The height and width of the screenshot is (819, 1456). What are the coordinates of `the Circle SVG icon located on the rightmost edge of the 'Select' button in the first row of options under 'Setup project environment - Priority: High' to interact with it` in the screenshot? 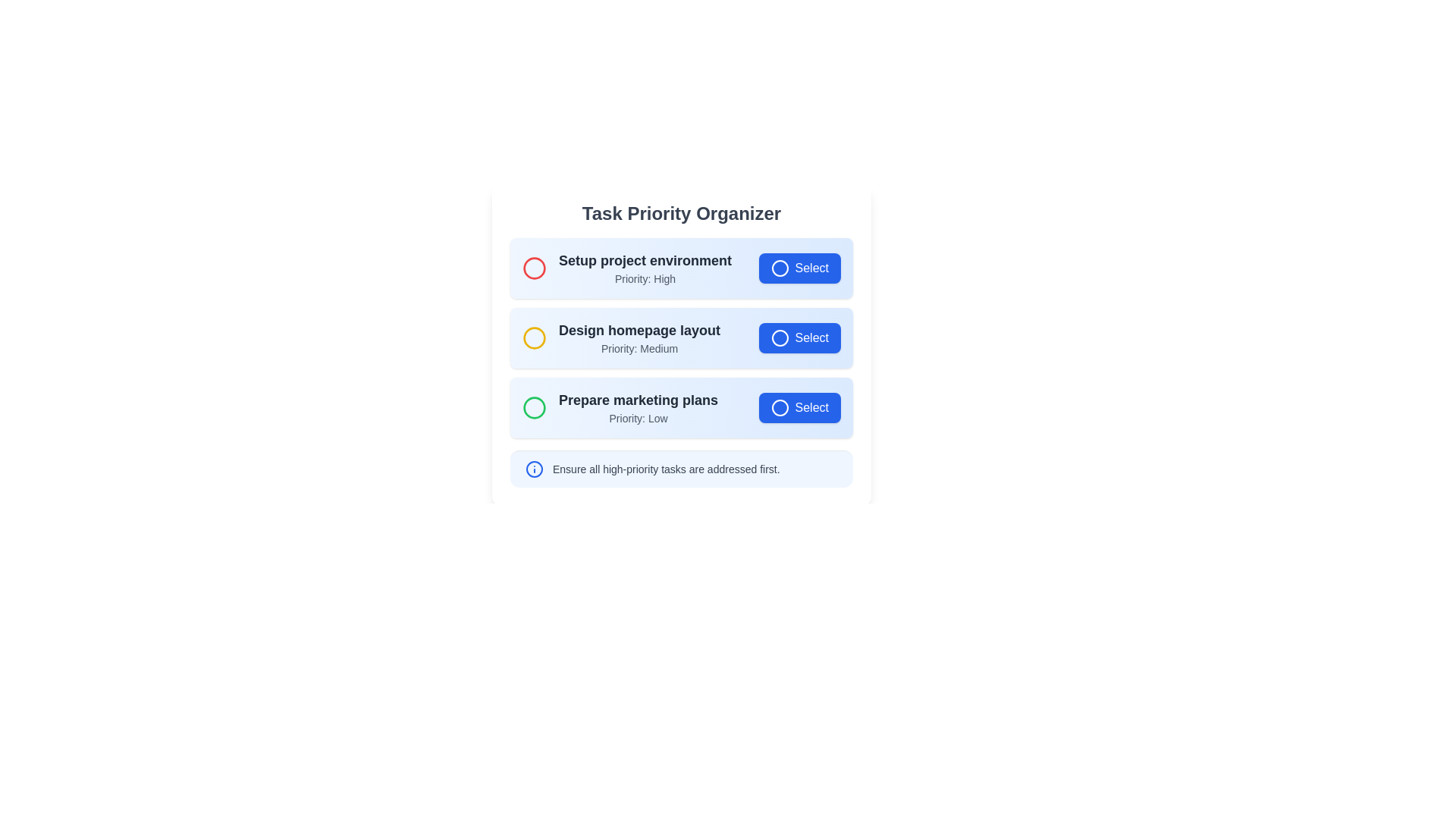 It's located at (780, 268).